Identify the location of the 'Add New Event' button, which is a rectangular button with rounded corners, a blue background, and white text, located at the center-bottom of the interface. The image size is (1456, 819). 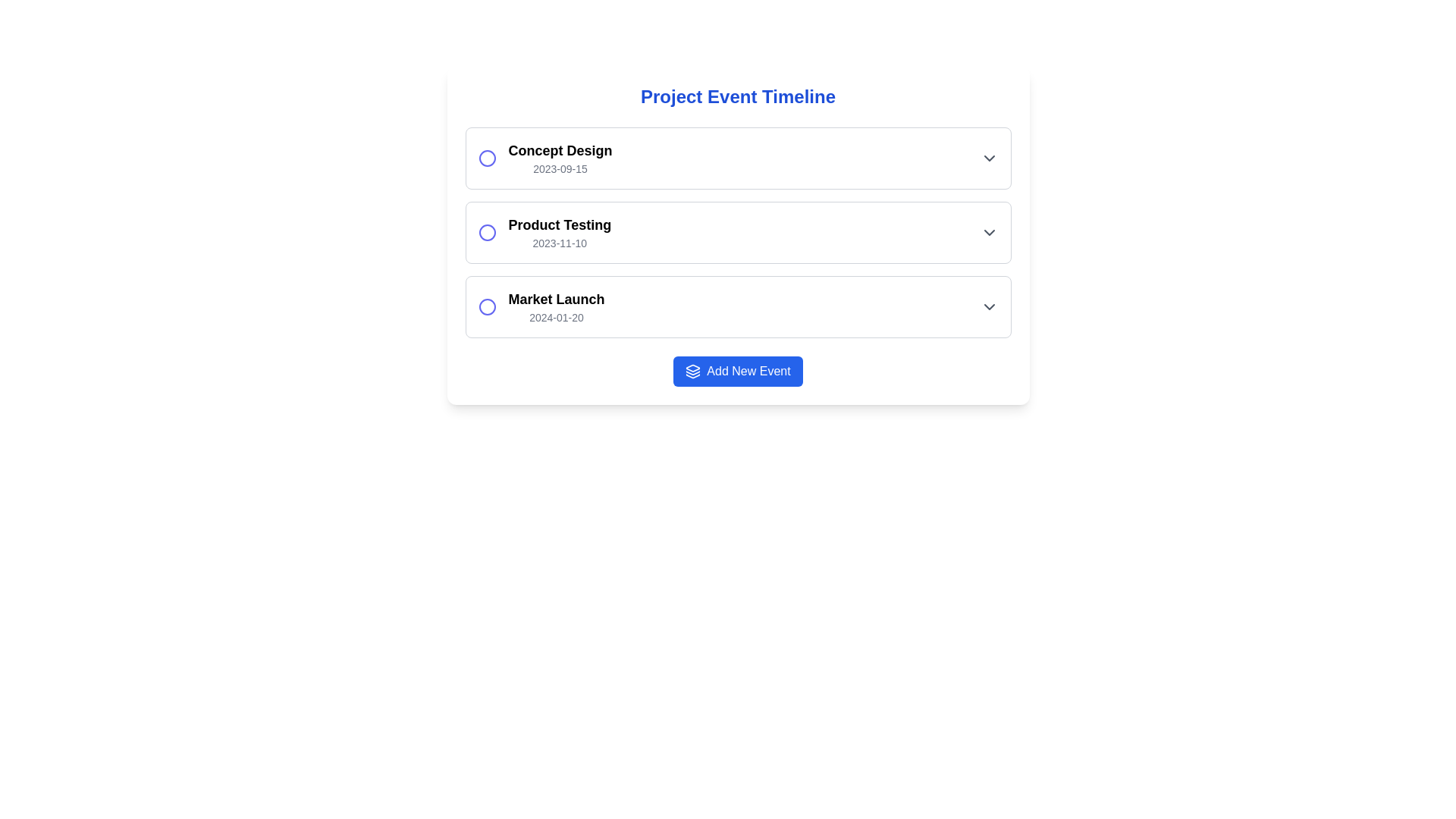
(738, 371).